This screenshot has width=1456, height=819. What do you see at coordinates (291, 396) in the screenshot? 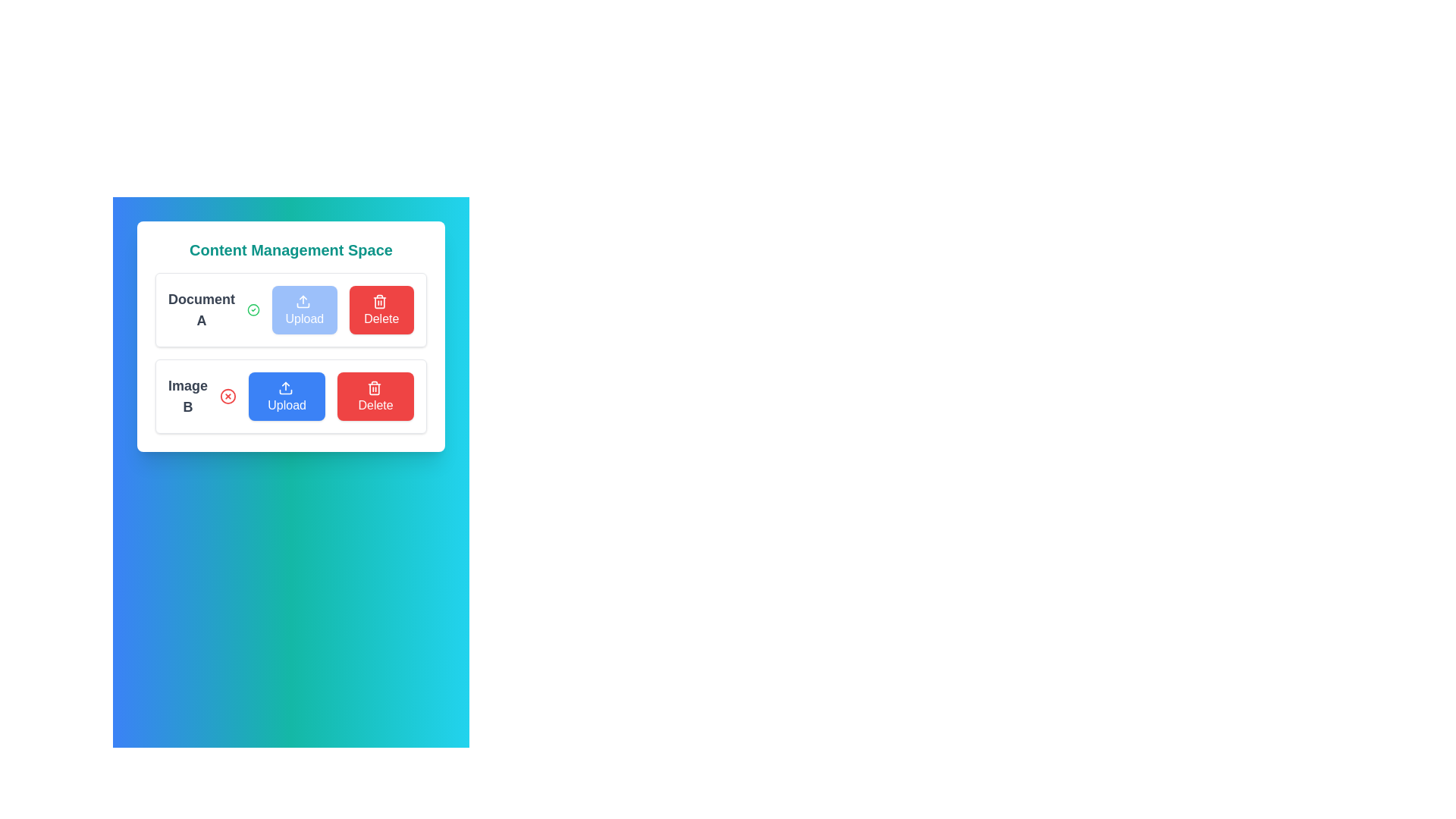
I see `the file upload button in the 'Image B' section` at bounding box center [291, 396].